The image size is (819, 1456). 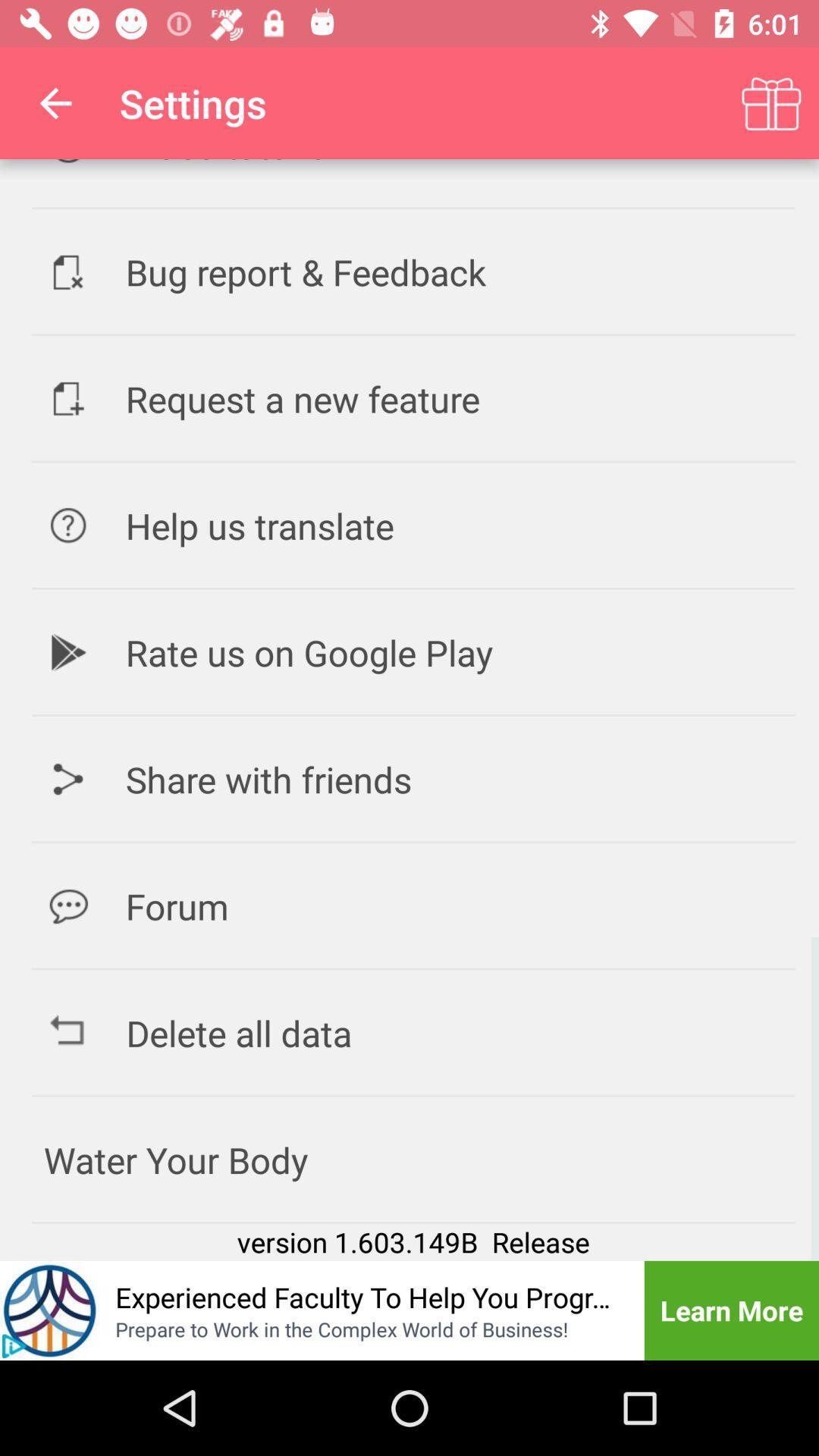 I want to click on the play icon, so click(x=14, y=1346).